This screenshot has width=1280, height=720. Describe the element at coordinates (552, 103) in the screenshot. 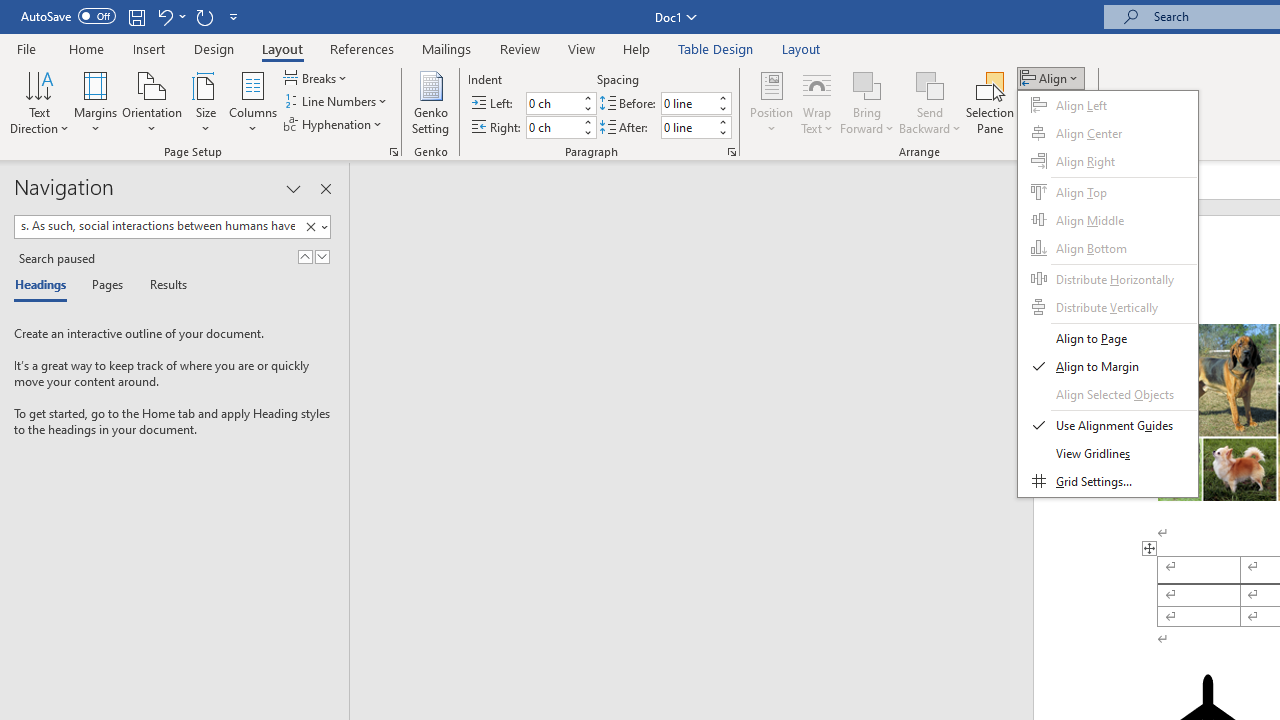

I see `'Indent Left'` at that location.